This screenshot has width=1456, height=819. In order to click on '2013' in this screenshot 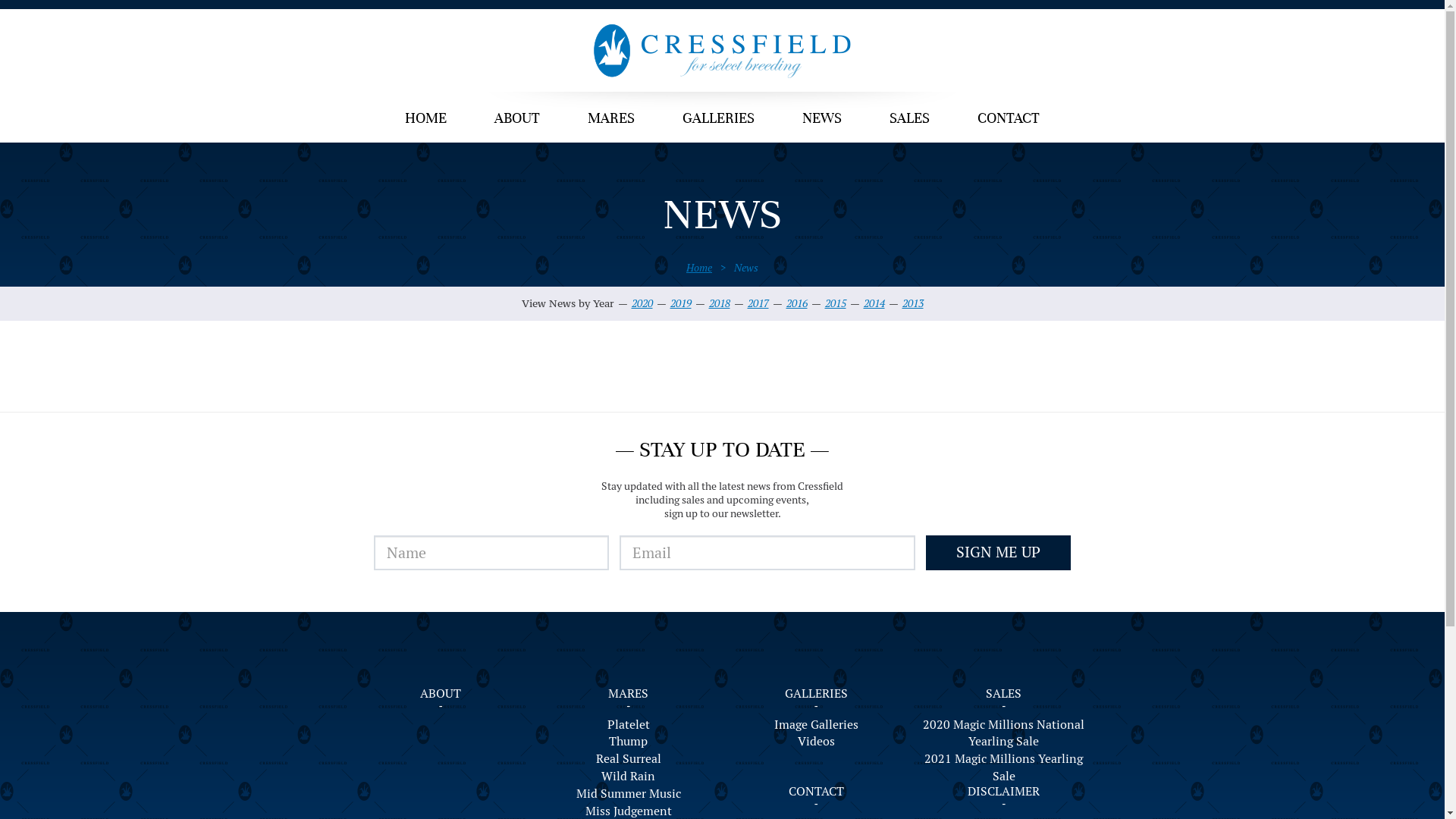, I will do `click(912, 303)`.